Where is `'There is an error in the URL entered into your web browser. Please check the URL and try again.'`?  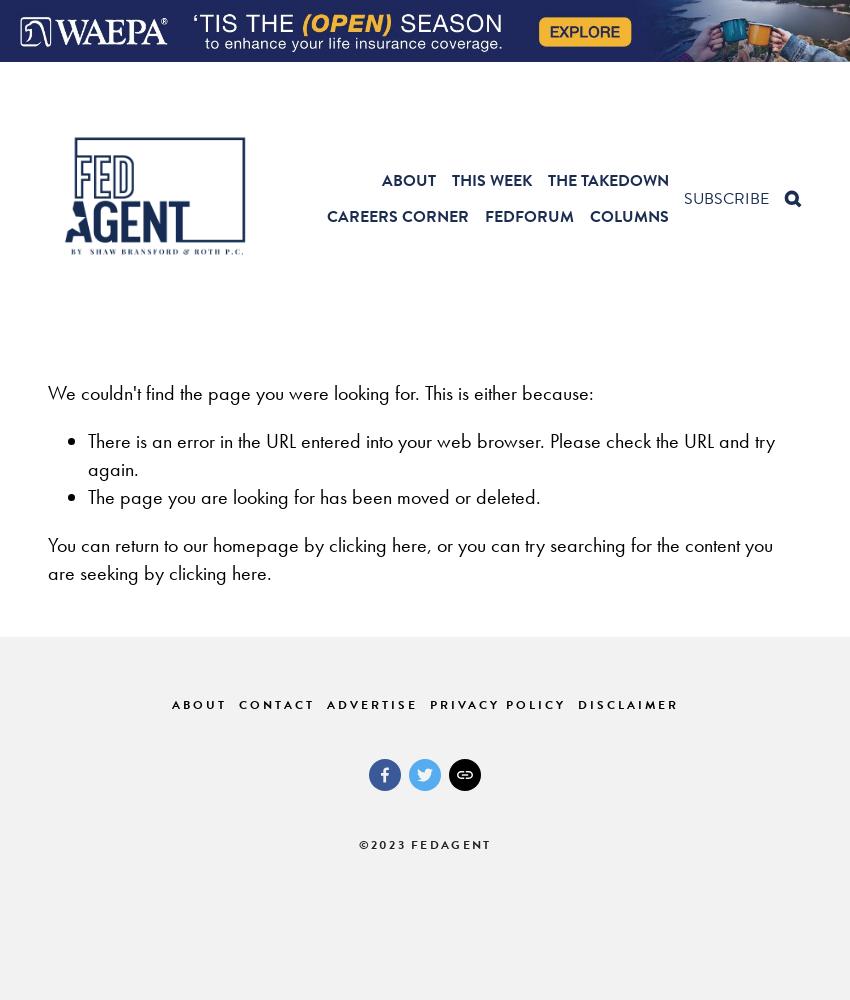
'There is an error in the URL entered into your web browser. Please check the URL and try again.' is located at coordinates (430, 454).